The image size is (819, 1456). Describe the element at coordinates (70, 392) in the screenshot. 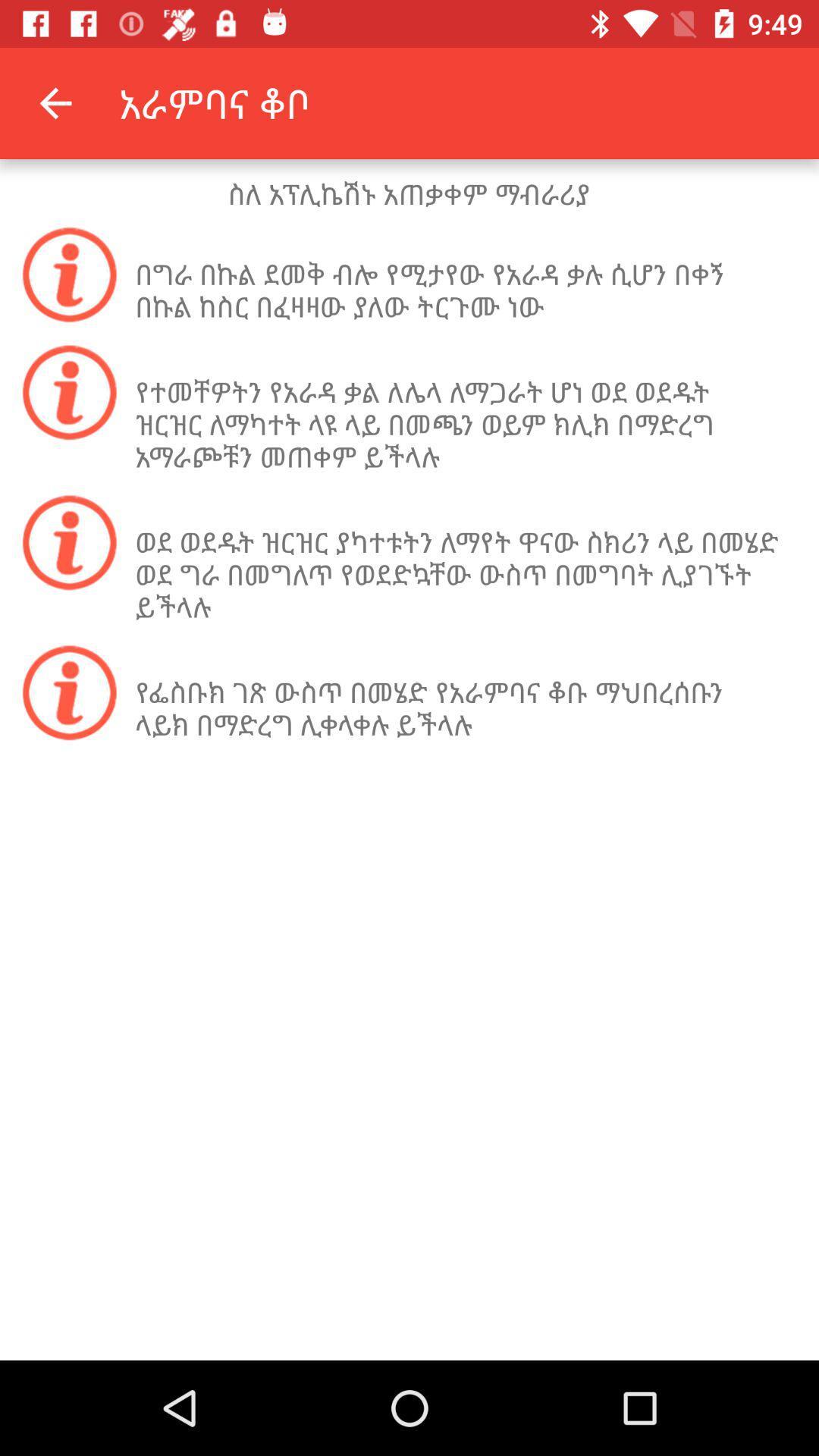

I see `the second circle with letter i inside it` at that location.